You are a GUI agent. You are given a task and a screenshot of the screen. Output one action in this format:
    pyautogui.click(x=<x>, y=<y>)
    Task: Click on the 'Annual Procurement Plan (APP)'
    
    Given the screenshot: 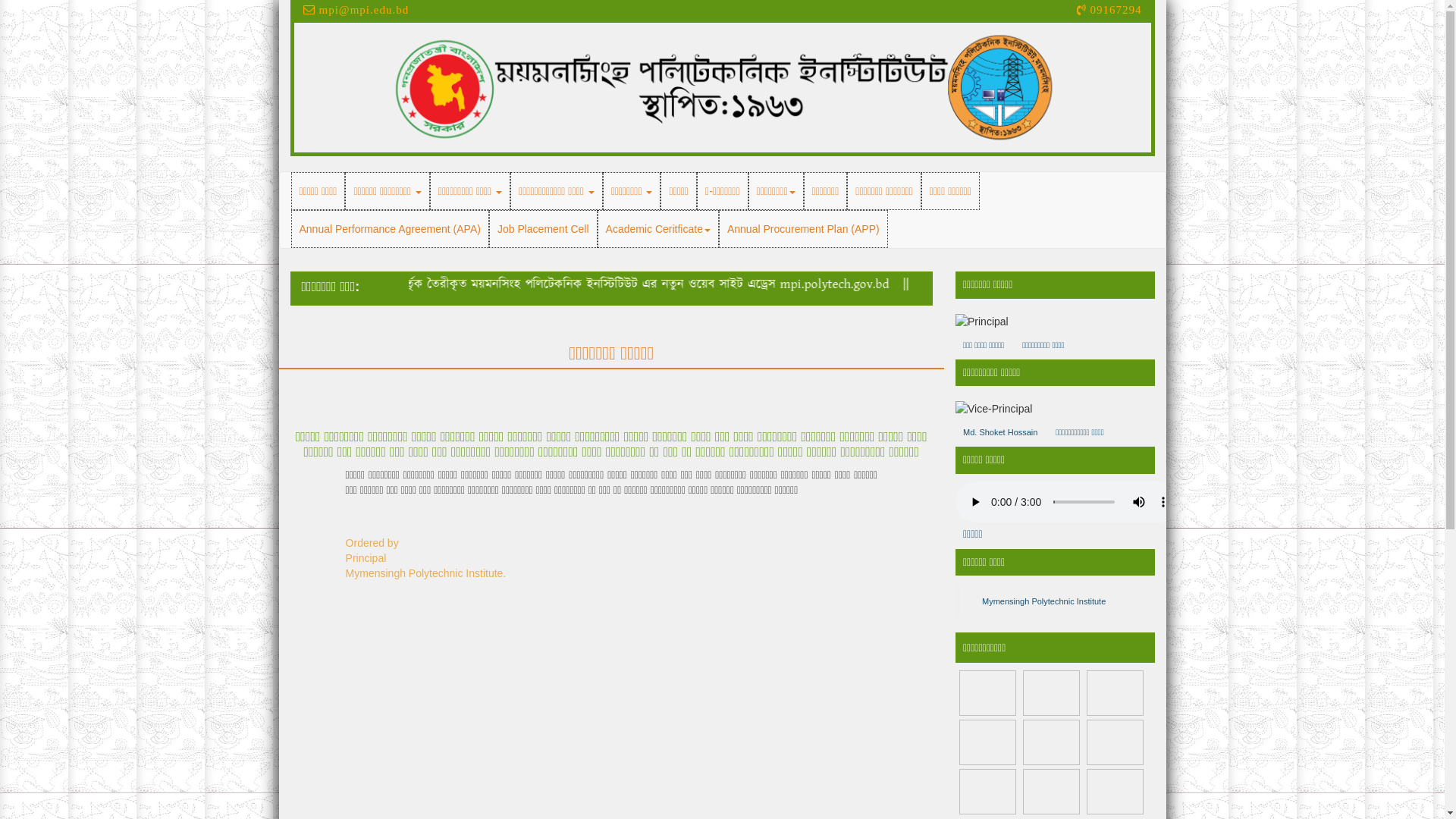 What is the action you would take?
    pyautogui.click(x=802, y=228)
    